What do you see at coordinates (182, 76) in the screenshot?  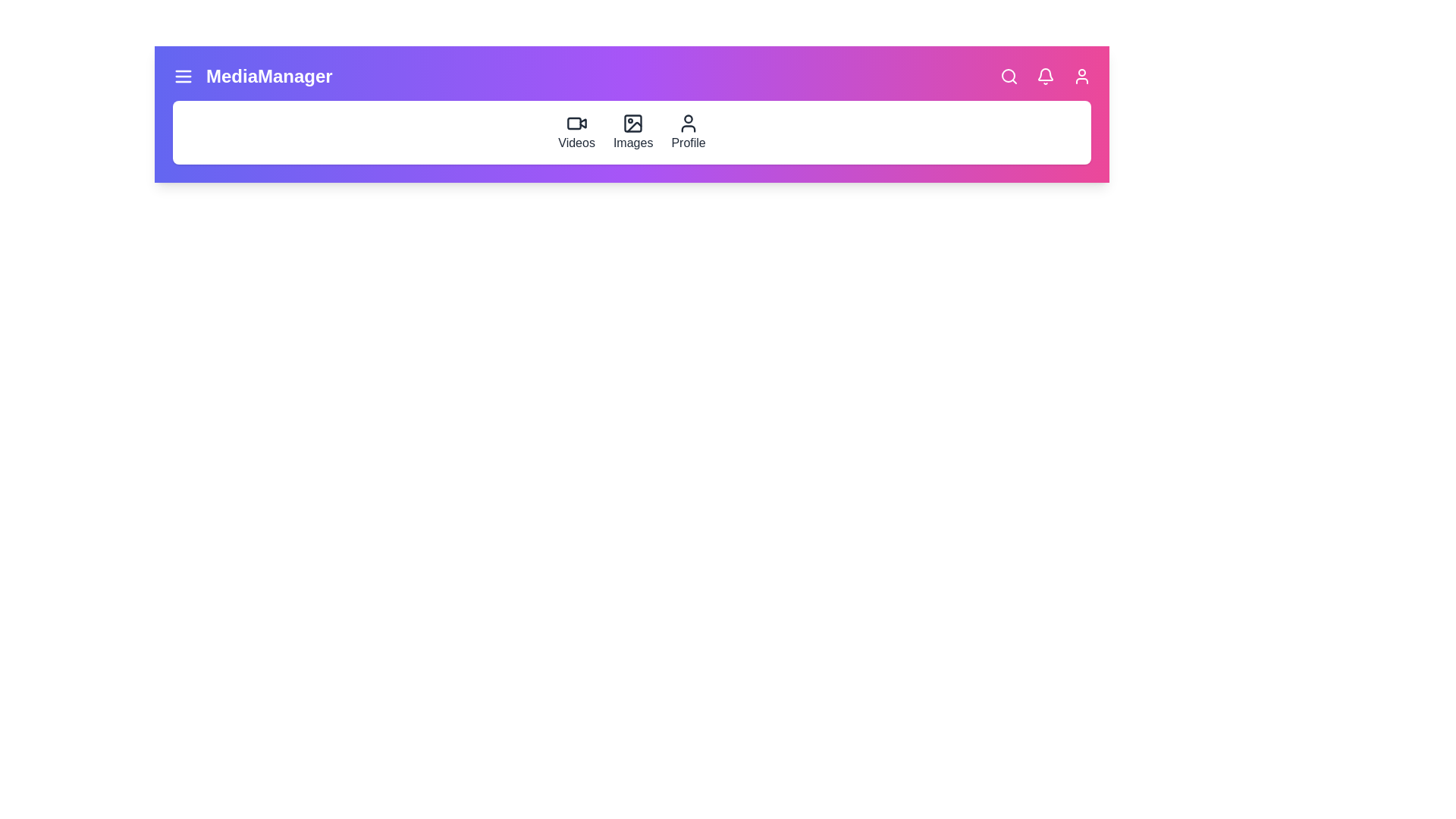 I see `the menu toggle button to toggle the main menu visibility` at bounding box center [182, 76].